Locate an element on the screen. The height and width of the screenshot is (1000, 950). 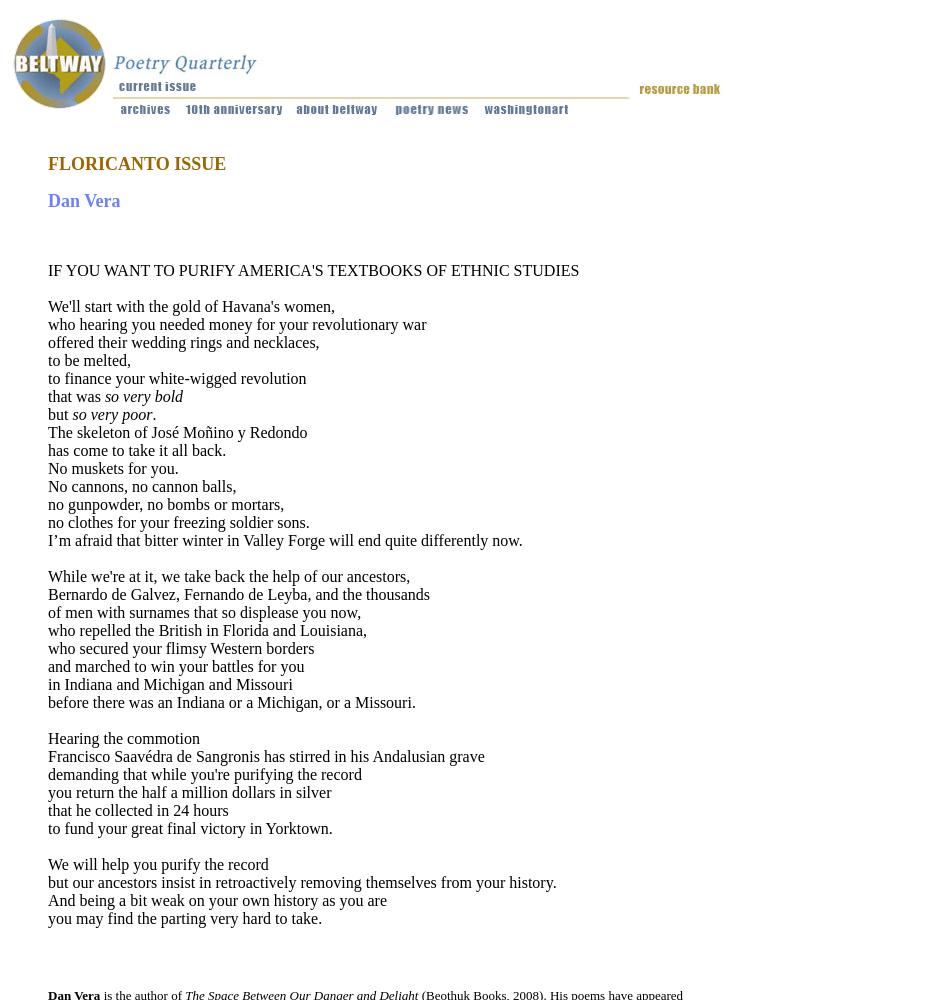
'Classes/' is located at coordinates (699, 133).